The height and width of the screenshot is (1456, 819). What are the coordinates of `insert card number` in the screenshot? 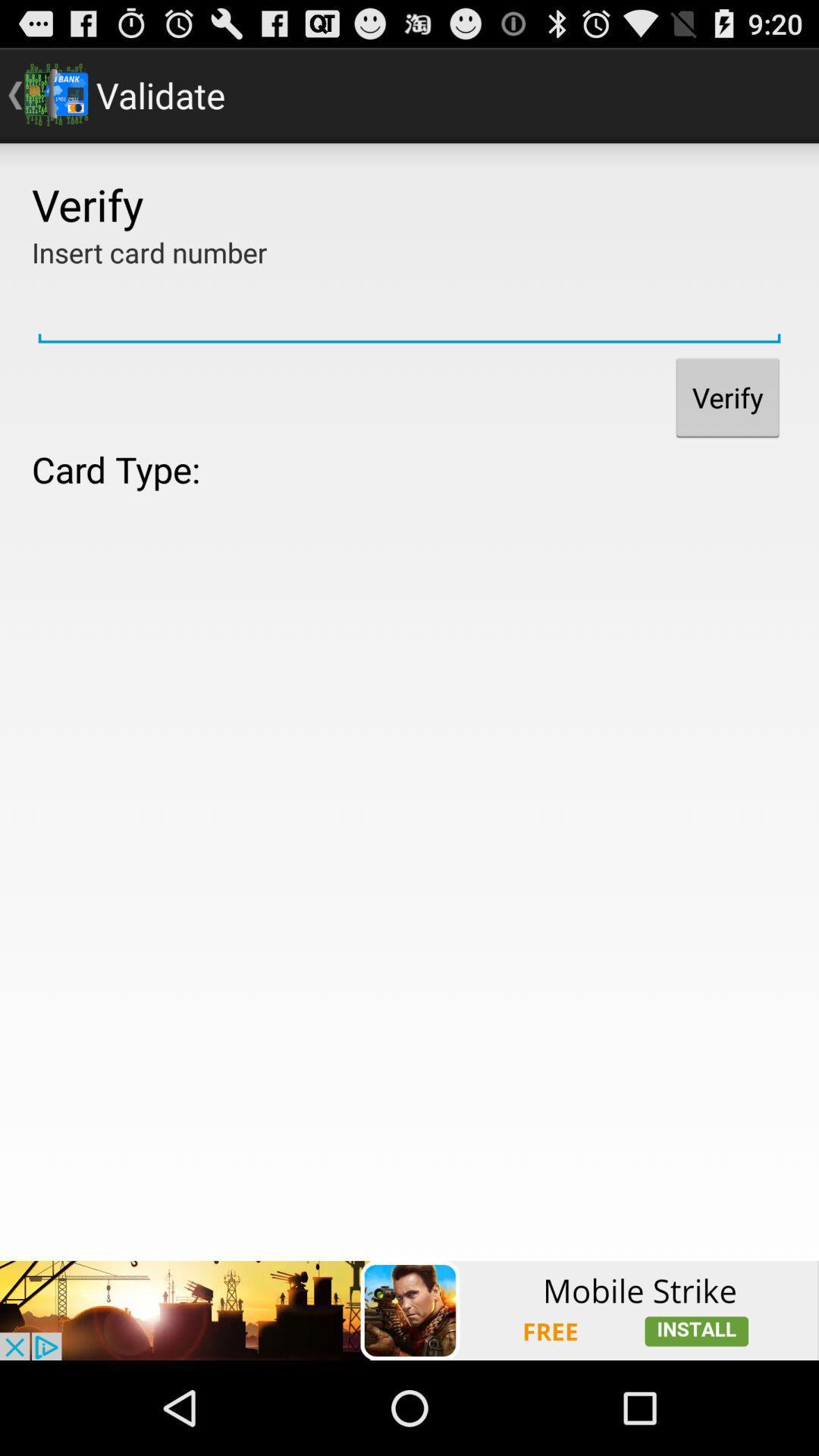 It's located at (409, 309).